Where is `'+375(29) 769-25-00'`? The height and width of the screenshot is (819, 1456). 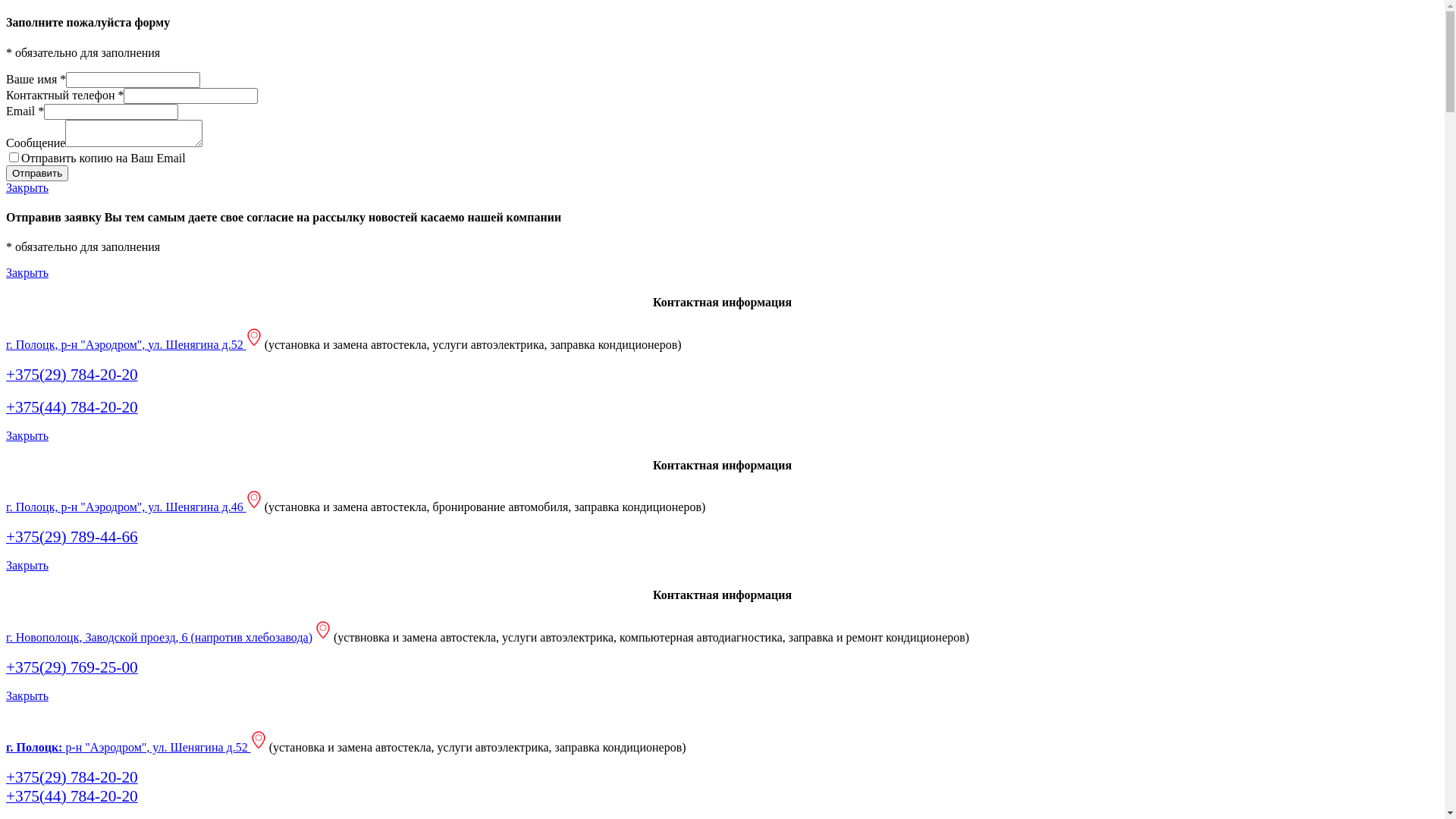 '+375(29) 769-25-00' is located at coordinates (71, 667).